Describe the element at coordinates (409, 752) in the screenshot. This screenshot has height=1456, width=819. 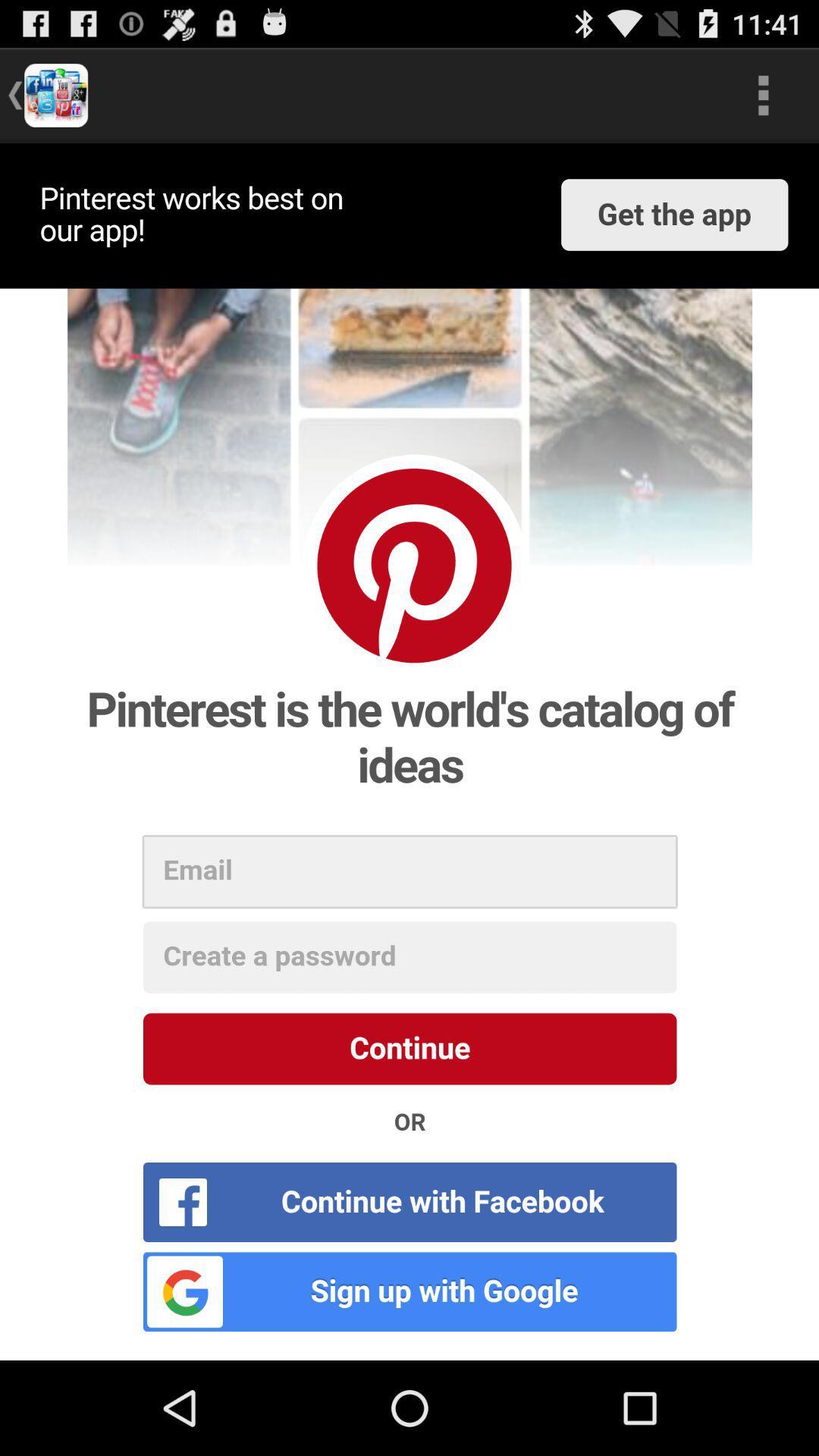
I see `app pinterest` at that location.